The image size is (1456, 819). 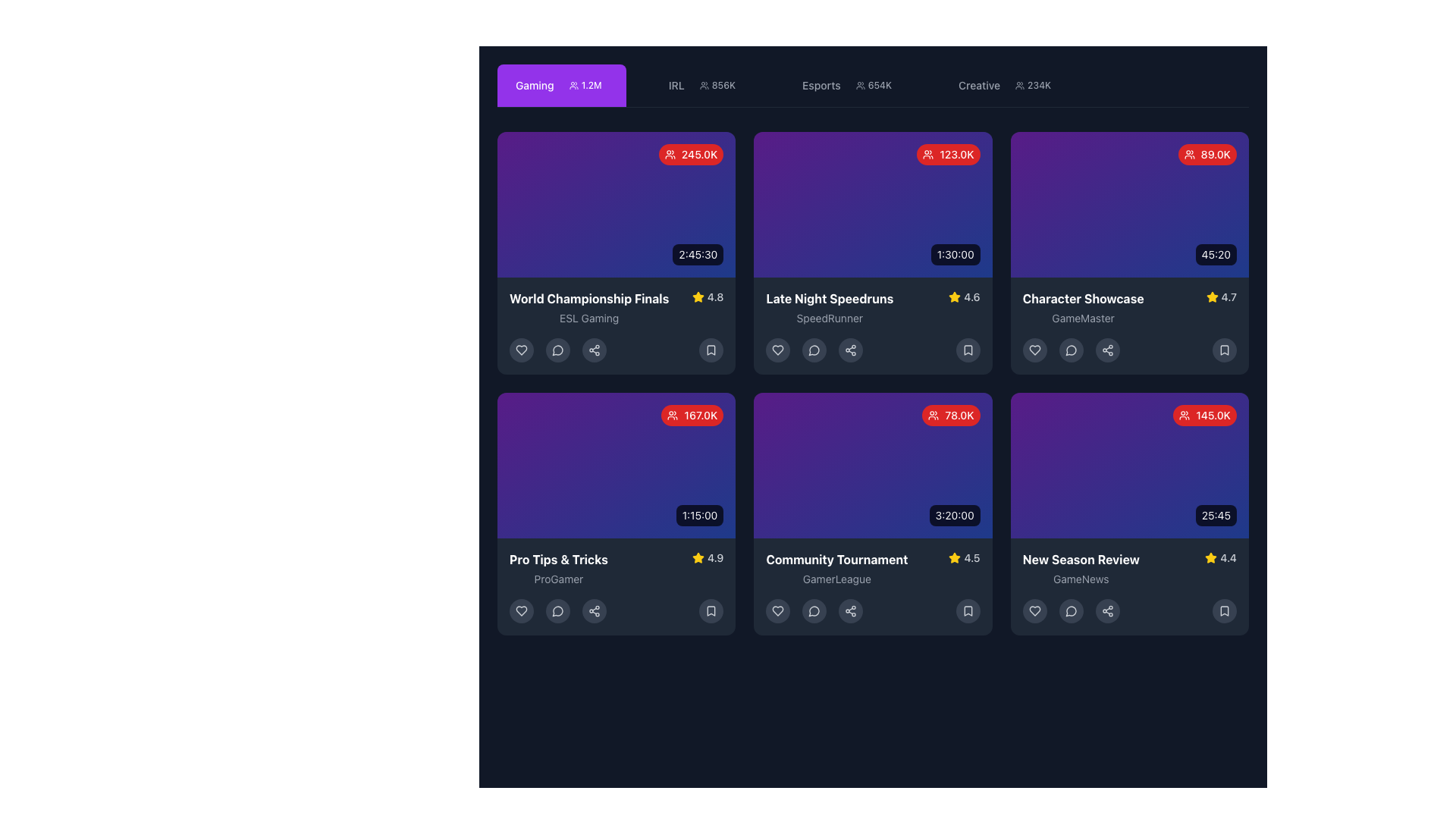 What do you see at coordinates (954, 297) in the screenshot?
I see `the yellow star-shaped icon with a glossy style, located next to the text '4.6' in the 'Late Night Speedruns' entry rating display` at bounding box center [954, 297].